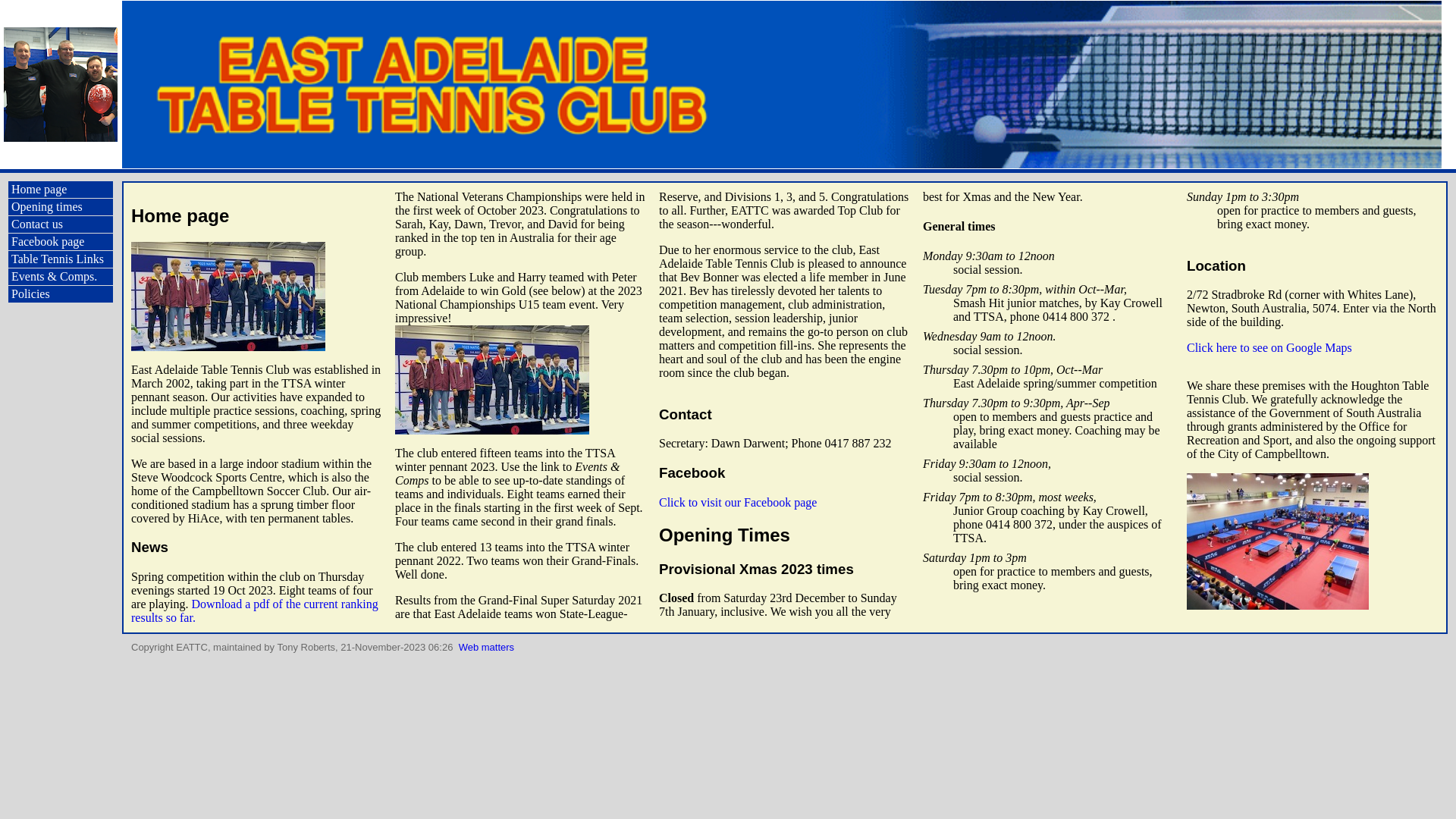  What do you see at coordinates (61, 189) in the screenshot?
I see `'Home page'` at bounding box center [61, 189].